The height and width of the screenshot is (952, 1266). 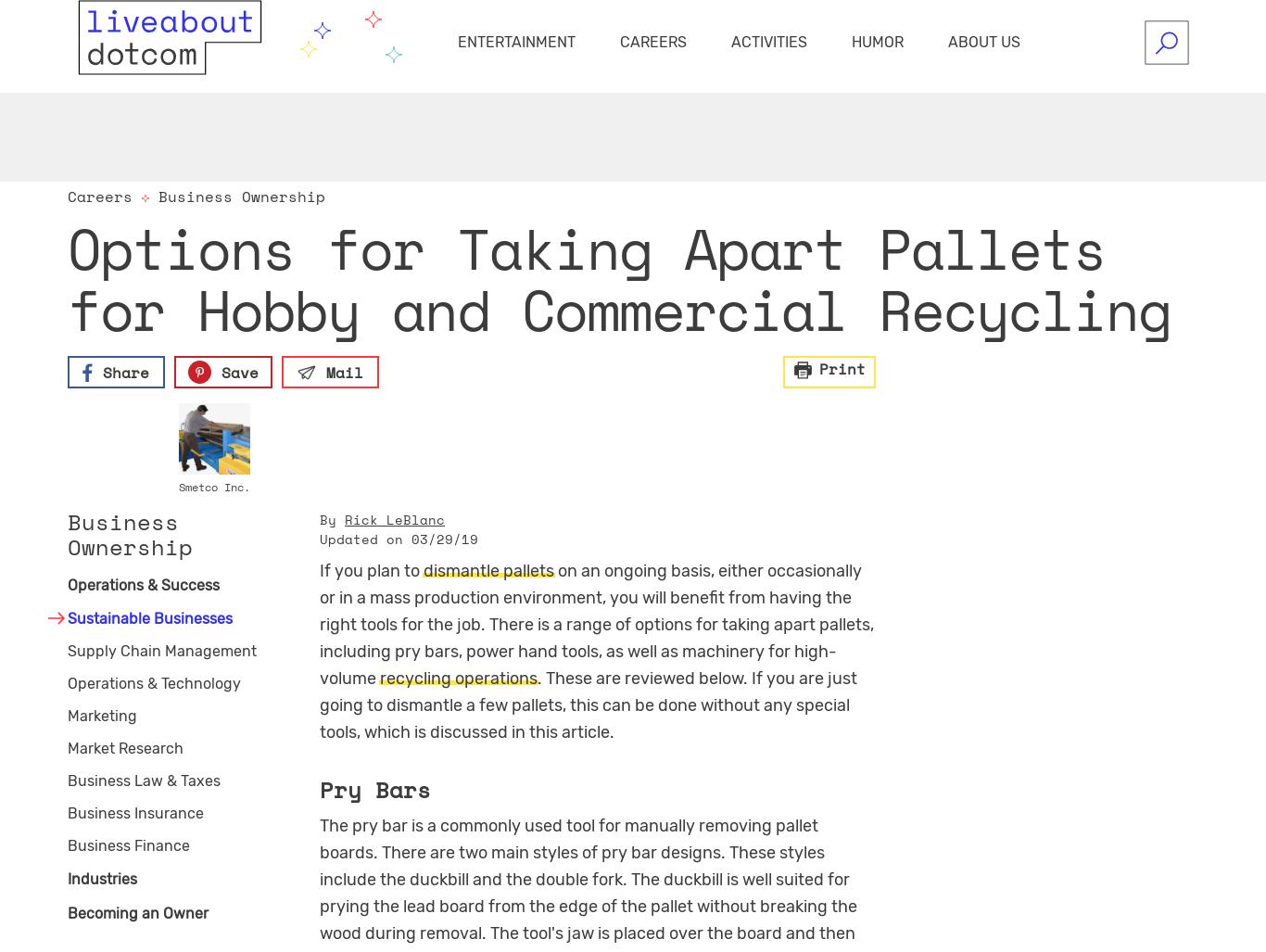 What do you see at coordinates (374, 788) in the screenshot?
I see `'Pry Bars'` at bounding box center [374, 788].